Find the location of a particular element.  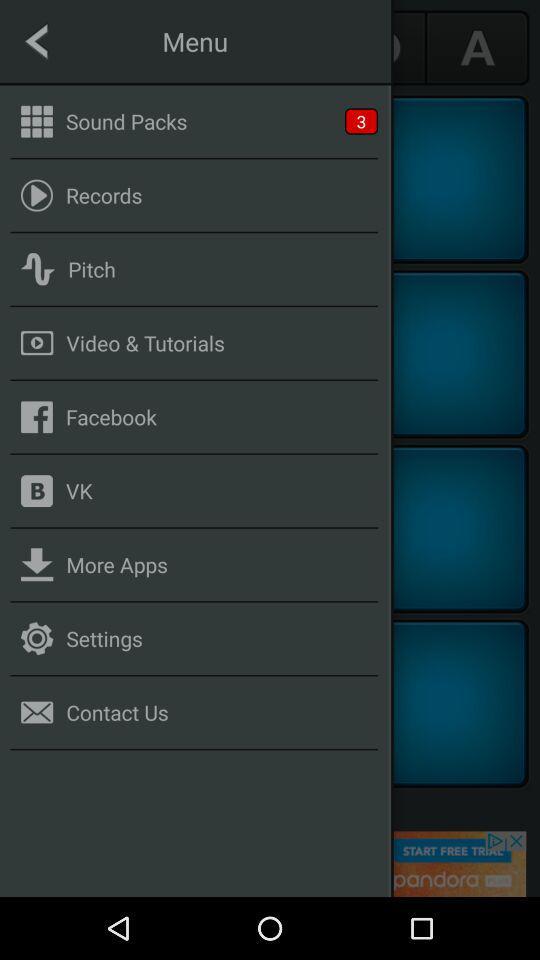

the font icon is located at coordinates (476, 47).